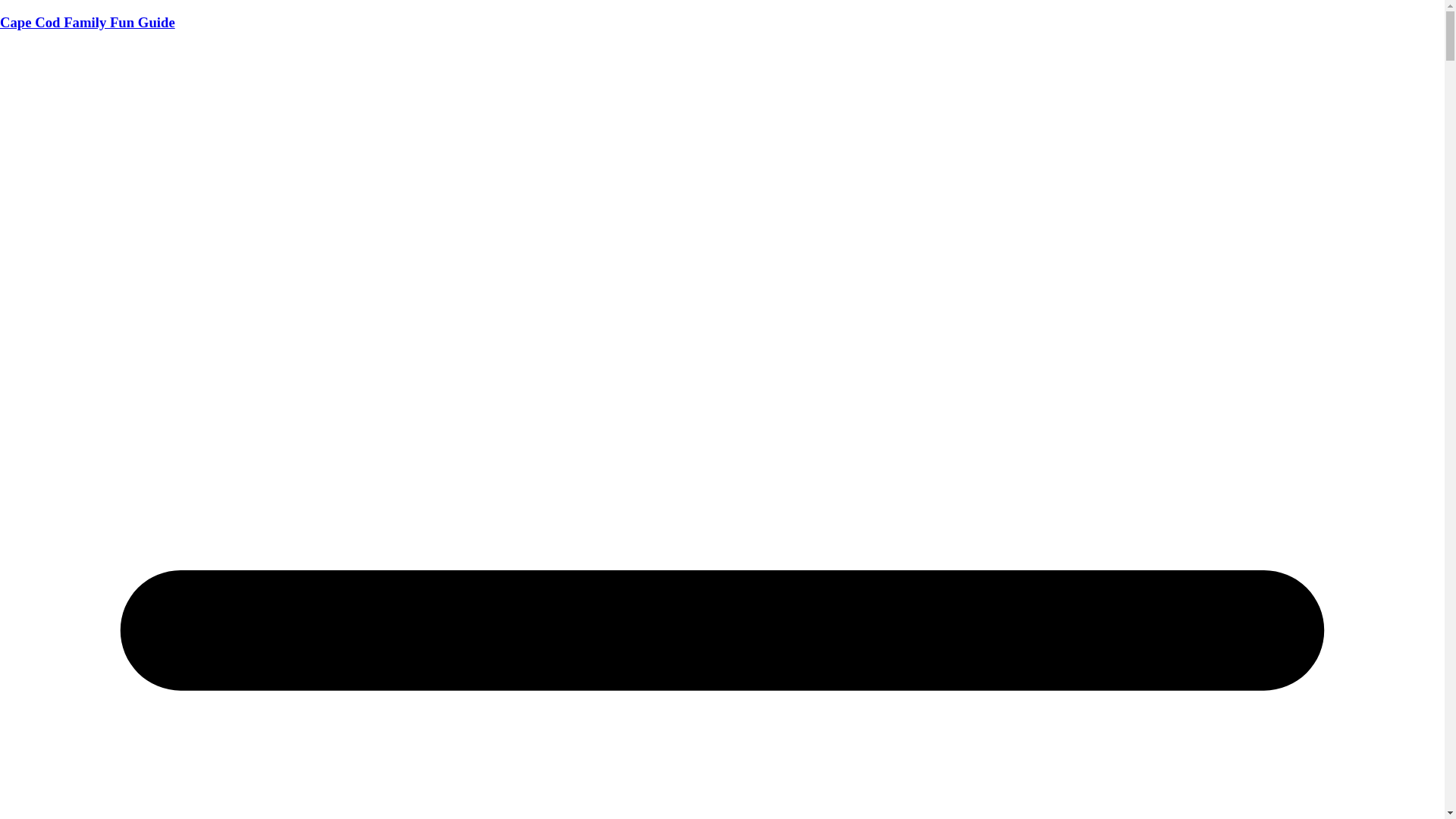 Image resolution: width=1456 pixels, height=819 pixels. I want to click on 'Advertisement', so click(720, 151).